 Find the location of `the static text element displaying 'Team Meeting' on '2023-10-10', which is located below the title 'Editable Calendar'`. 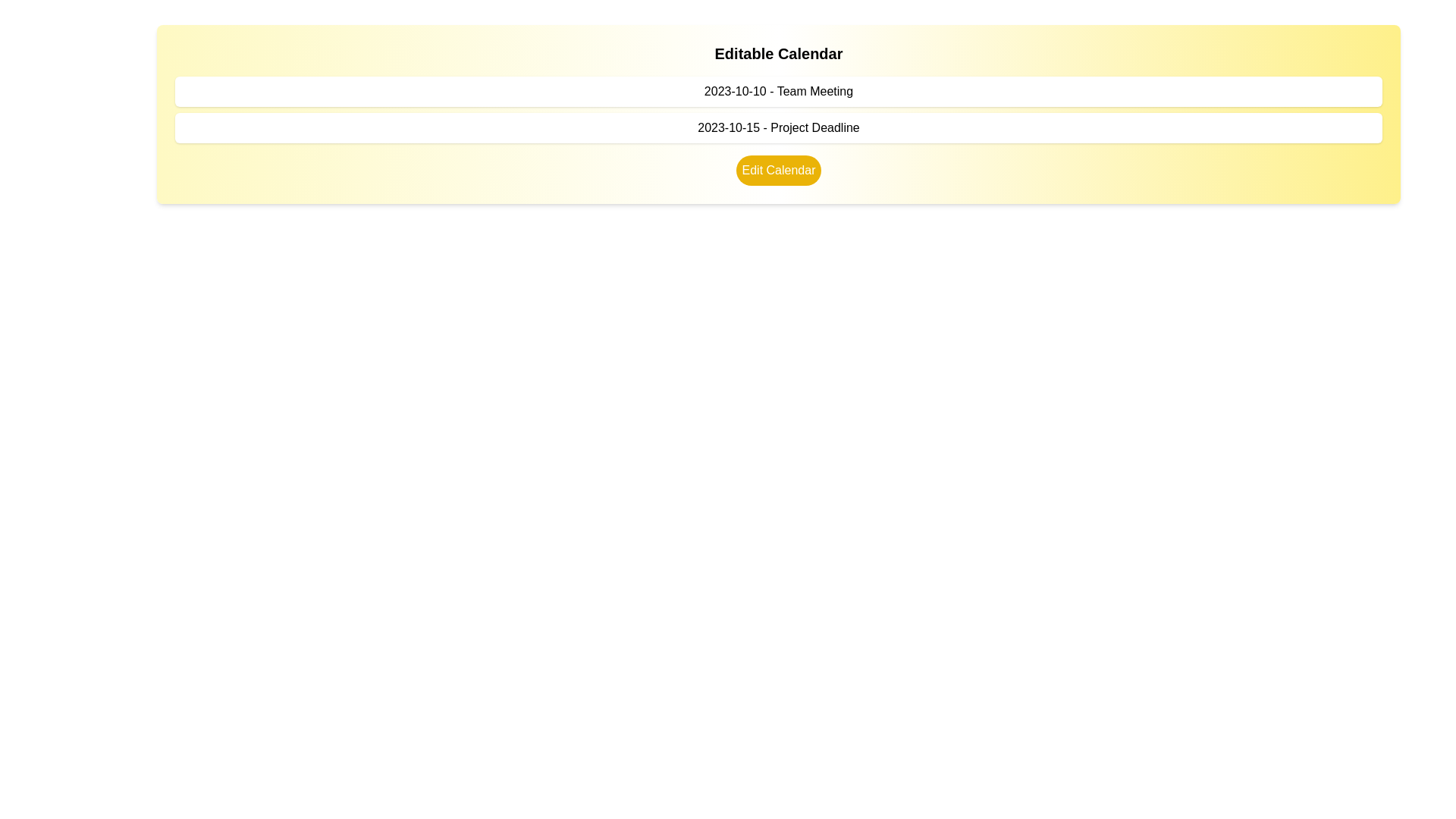

the static text element displaying 'Team Meeting' on '2023-10-10', which is located below the title 'Editable Calendar' is located at coordinates (779, 91).